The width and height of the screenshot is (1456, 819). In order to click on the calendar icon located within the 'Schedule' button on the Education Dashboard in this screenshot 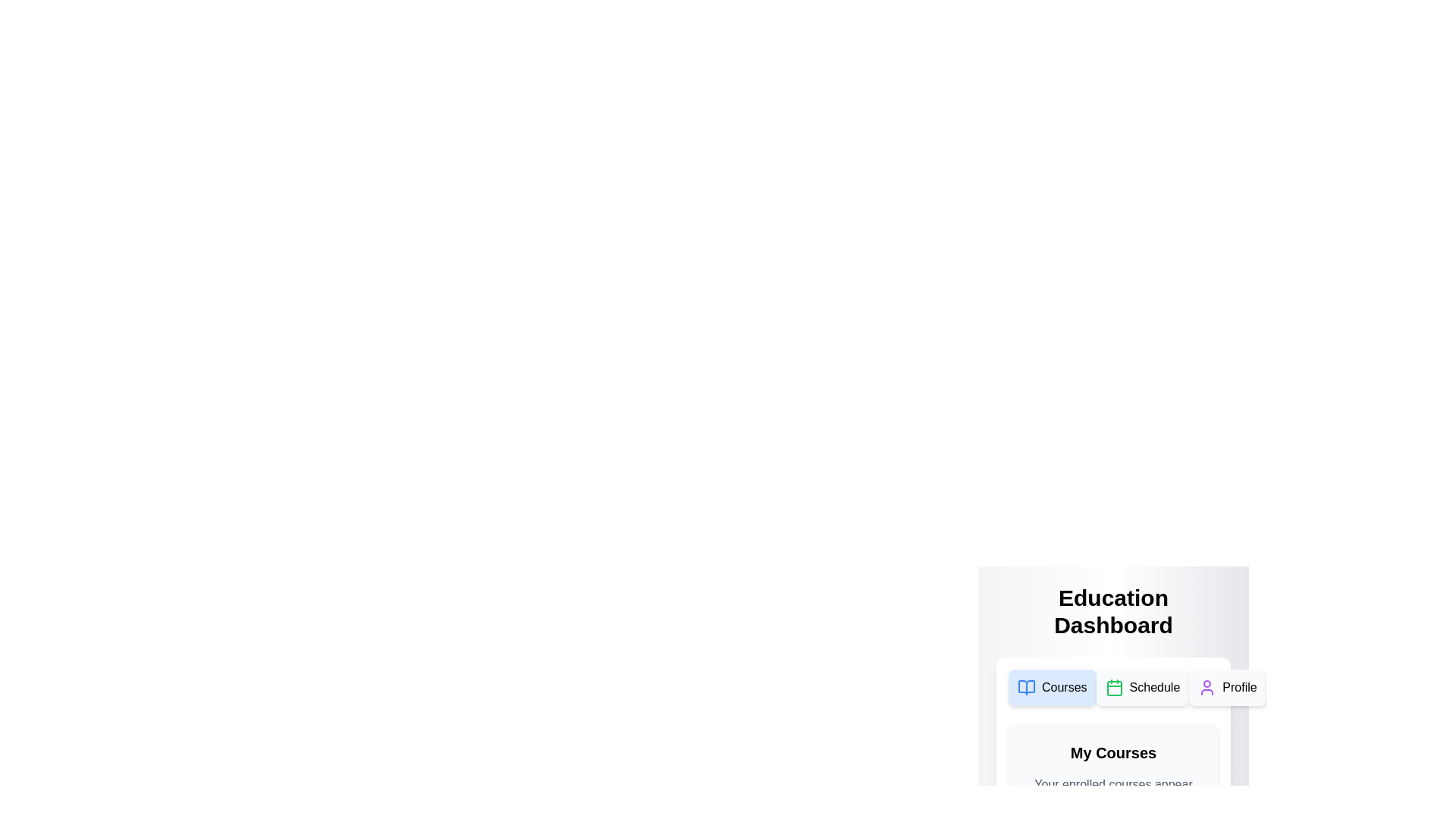, I will do `click(1114, 687)`.